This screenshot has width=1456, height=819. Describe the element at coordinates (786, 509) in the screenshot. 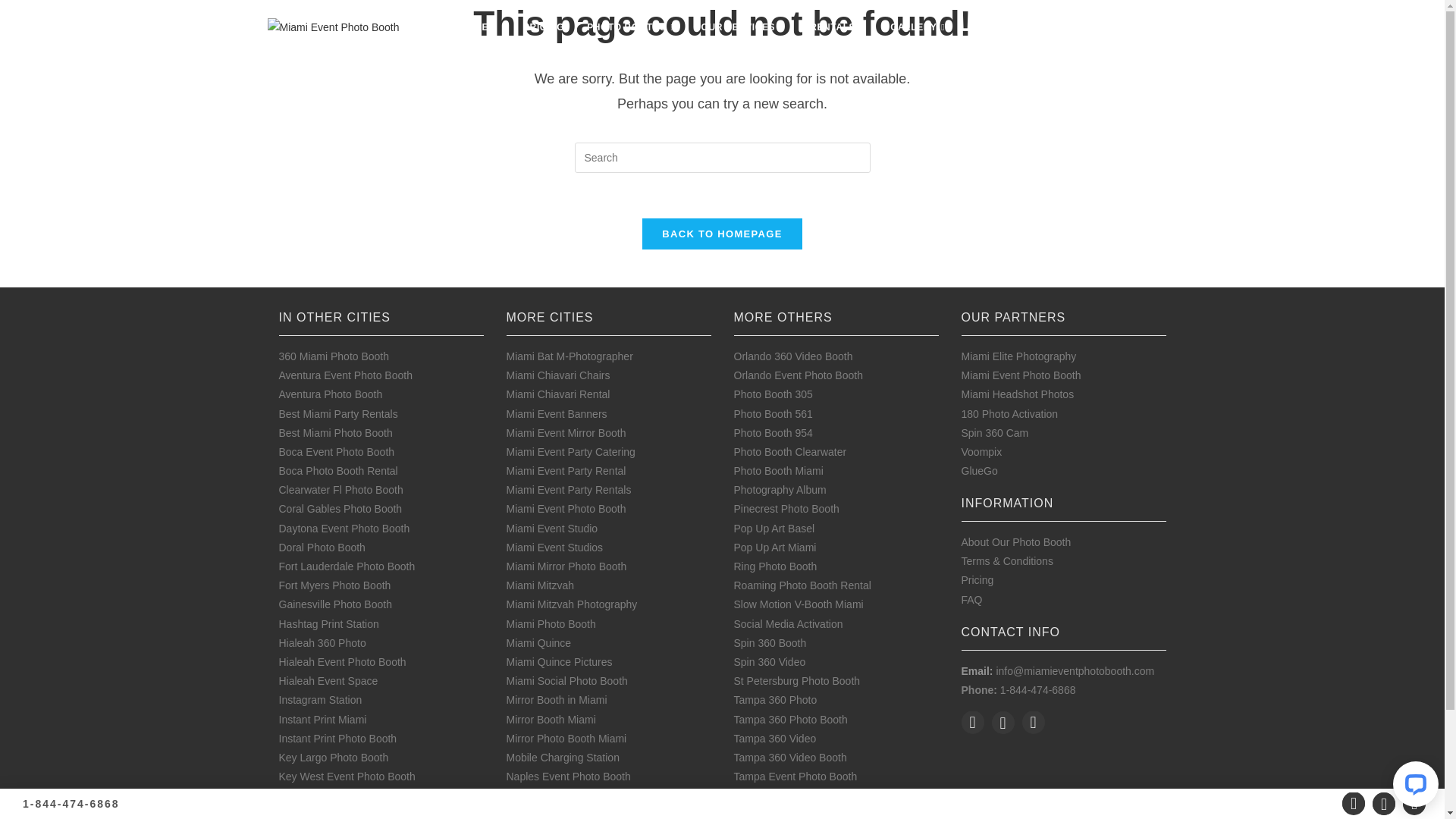

I see `'Pinecrest Photo Booth'` at that location.